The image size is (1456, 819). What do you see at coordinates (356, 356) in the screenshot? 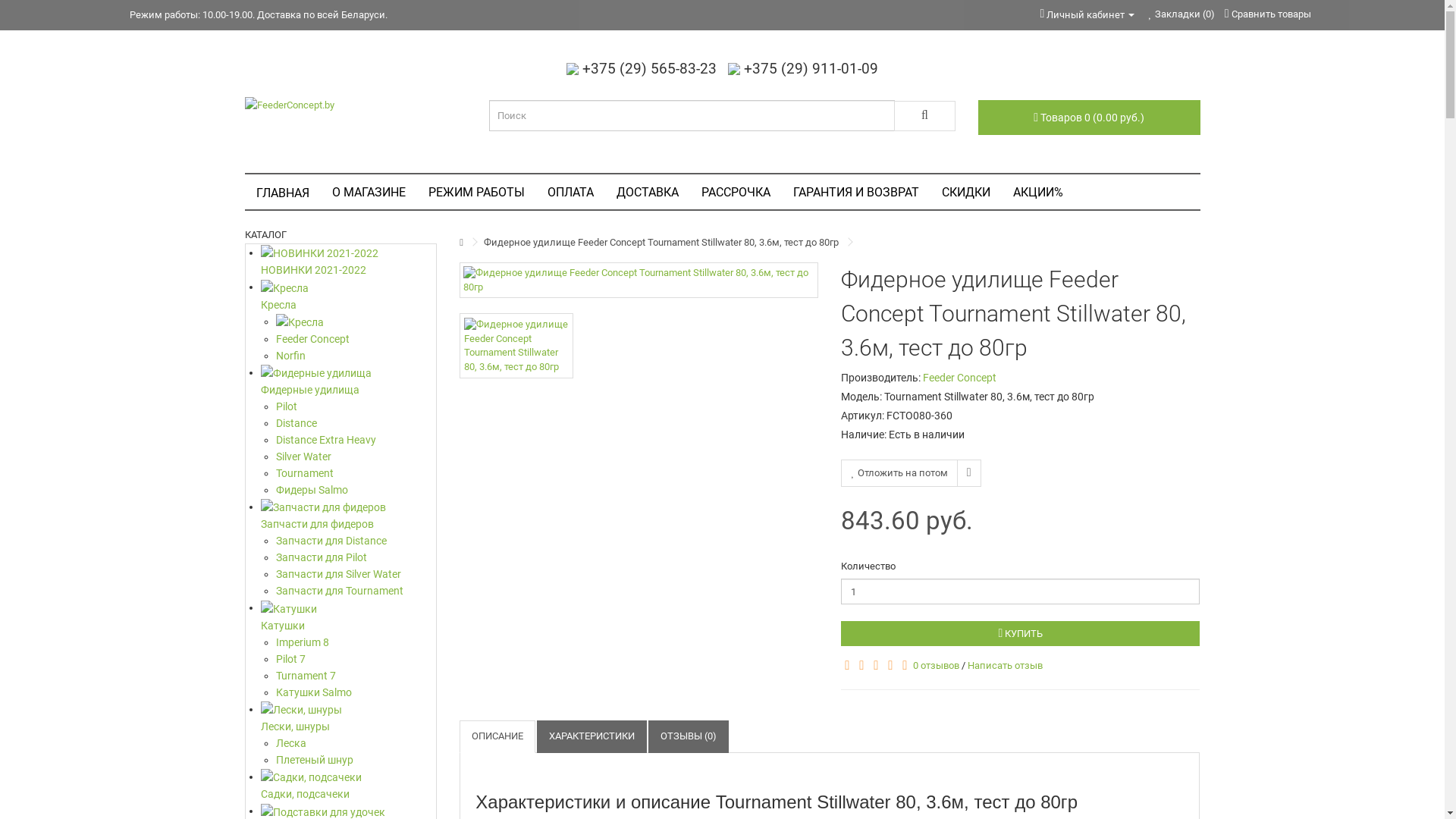
I see `'Norfin'` at bounding box center [356, 356].